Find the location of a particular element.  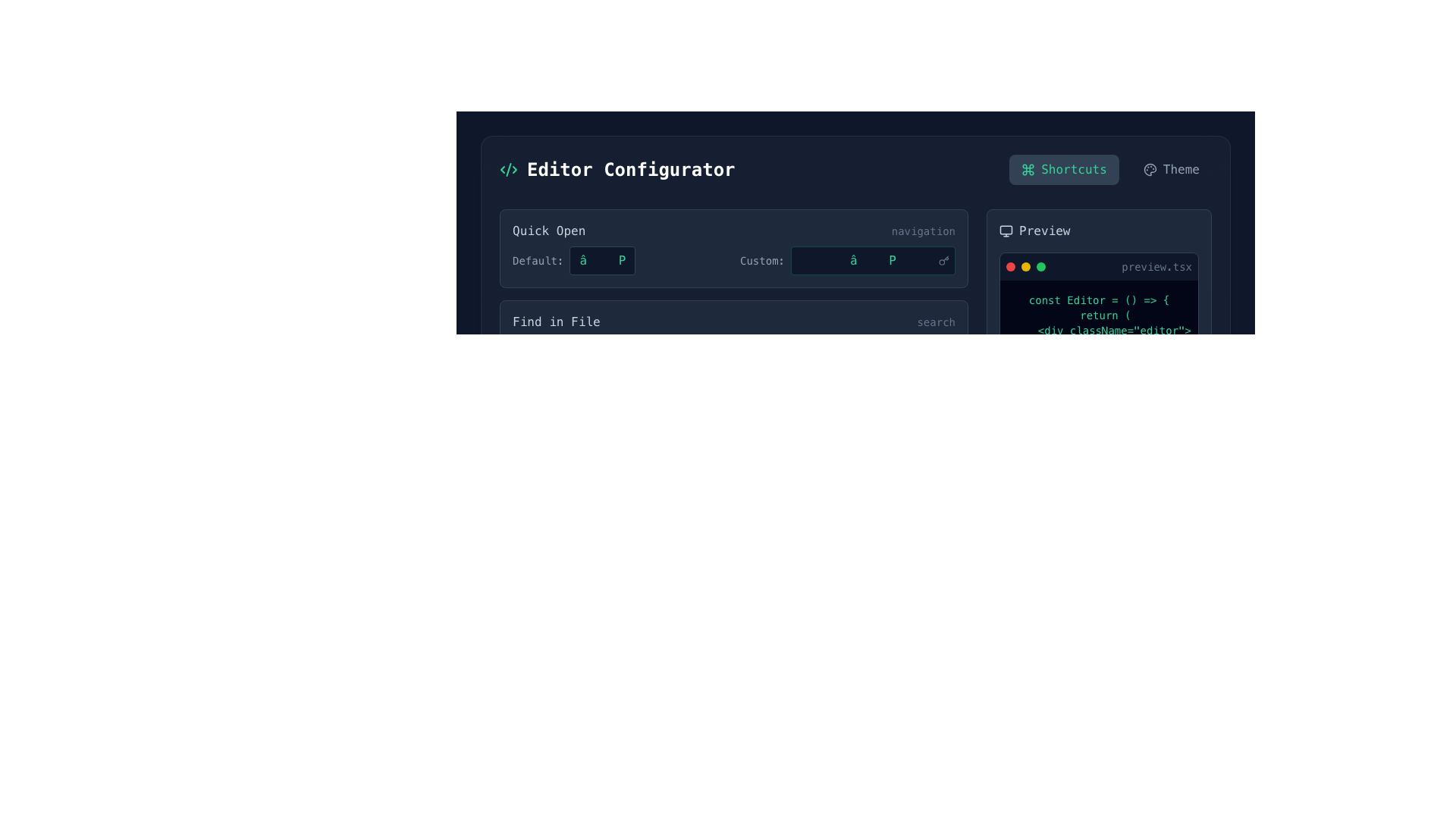

the 'Theme' button, which is a light gray button with a palette icon, located to the right of the 'Shortcuts' button in the upper-right corner of the interface is located at coordinates (1170, 169).